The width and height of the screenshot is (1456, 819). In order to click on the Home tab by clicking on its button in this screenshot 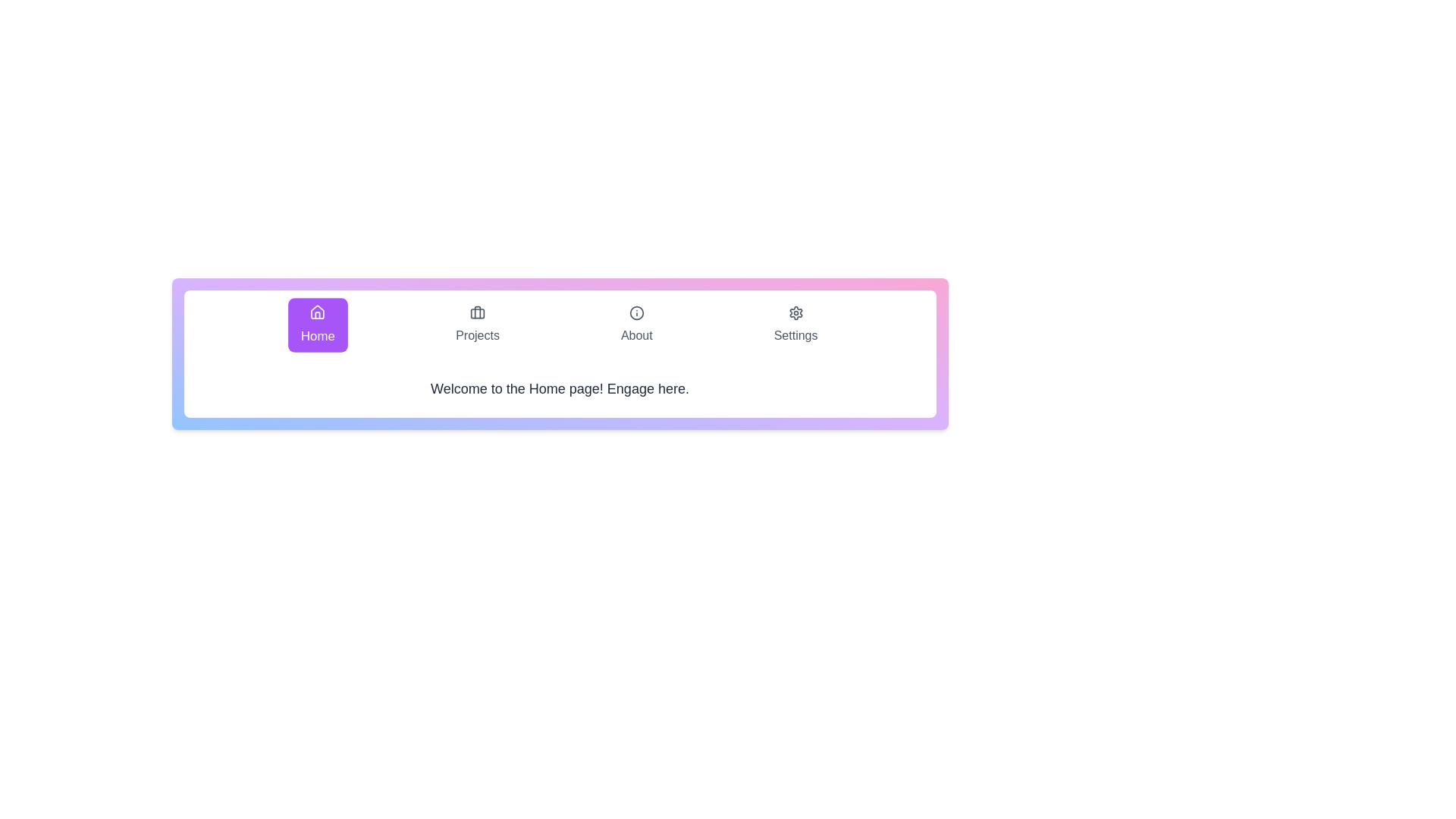, I will do `click(317, 324)`.